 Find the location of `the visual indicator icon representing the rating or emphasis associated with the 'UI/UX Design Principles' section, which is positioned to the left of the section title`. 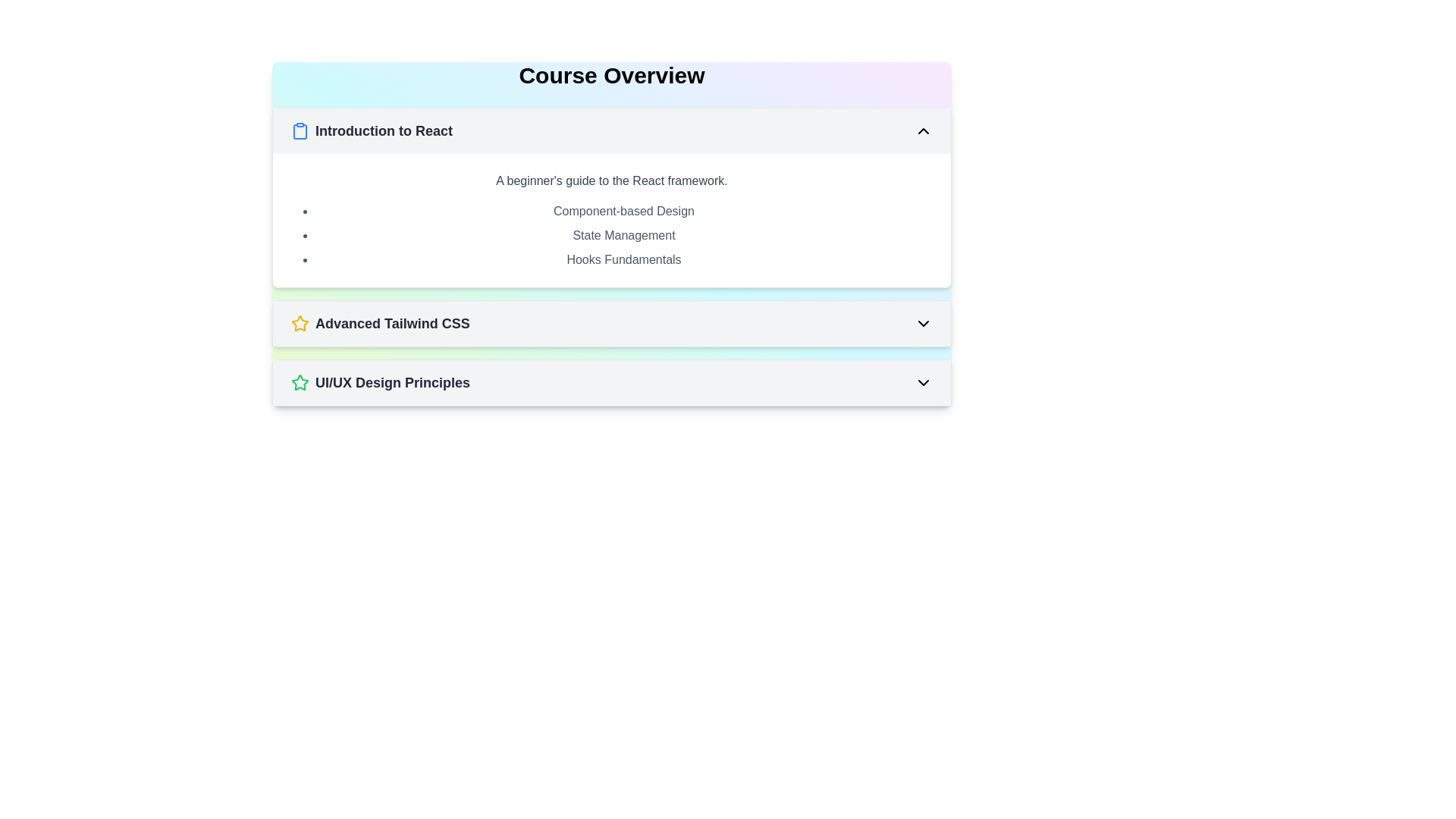

the visual indicator icon representing the rating or emphasis associated with the 'UI/UX Design Principles' section, which is positioned to the left of the section title is located at coordinates (300, 382).